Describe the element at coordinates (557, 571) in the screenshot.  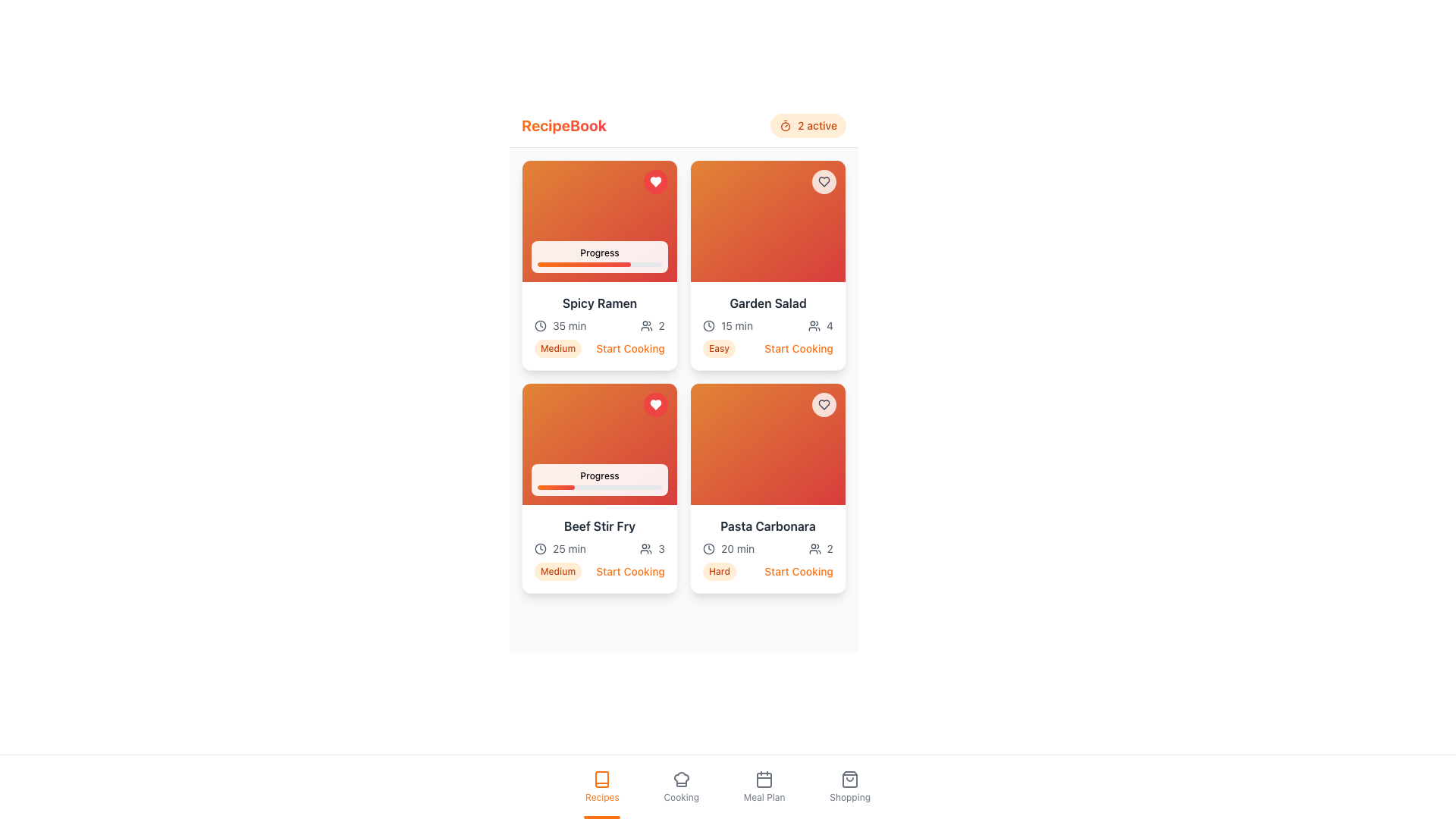
I see `text displayed on the difficulty level badge located at the bottom-left corner of the 'Beef Stir Fry' card, next to the 'Start Cooking' button` at that location.